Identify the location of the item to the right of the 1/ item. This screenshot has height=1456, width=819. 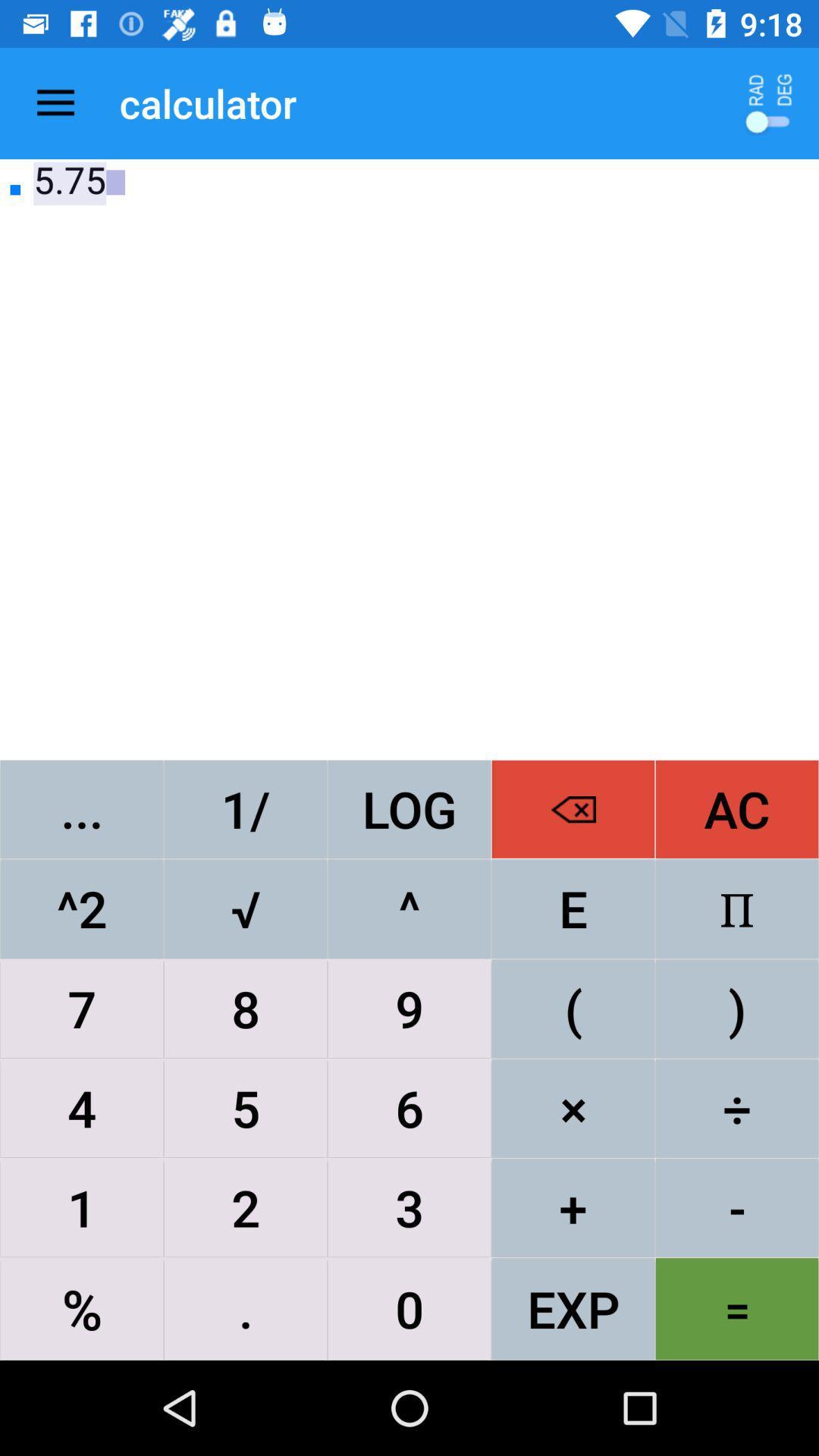
(409, 808).